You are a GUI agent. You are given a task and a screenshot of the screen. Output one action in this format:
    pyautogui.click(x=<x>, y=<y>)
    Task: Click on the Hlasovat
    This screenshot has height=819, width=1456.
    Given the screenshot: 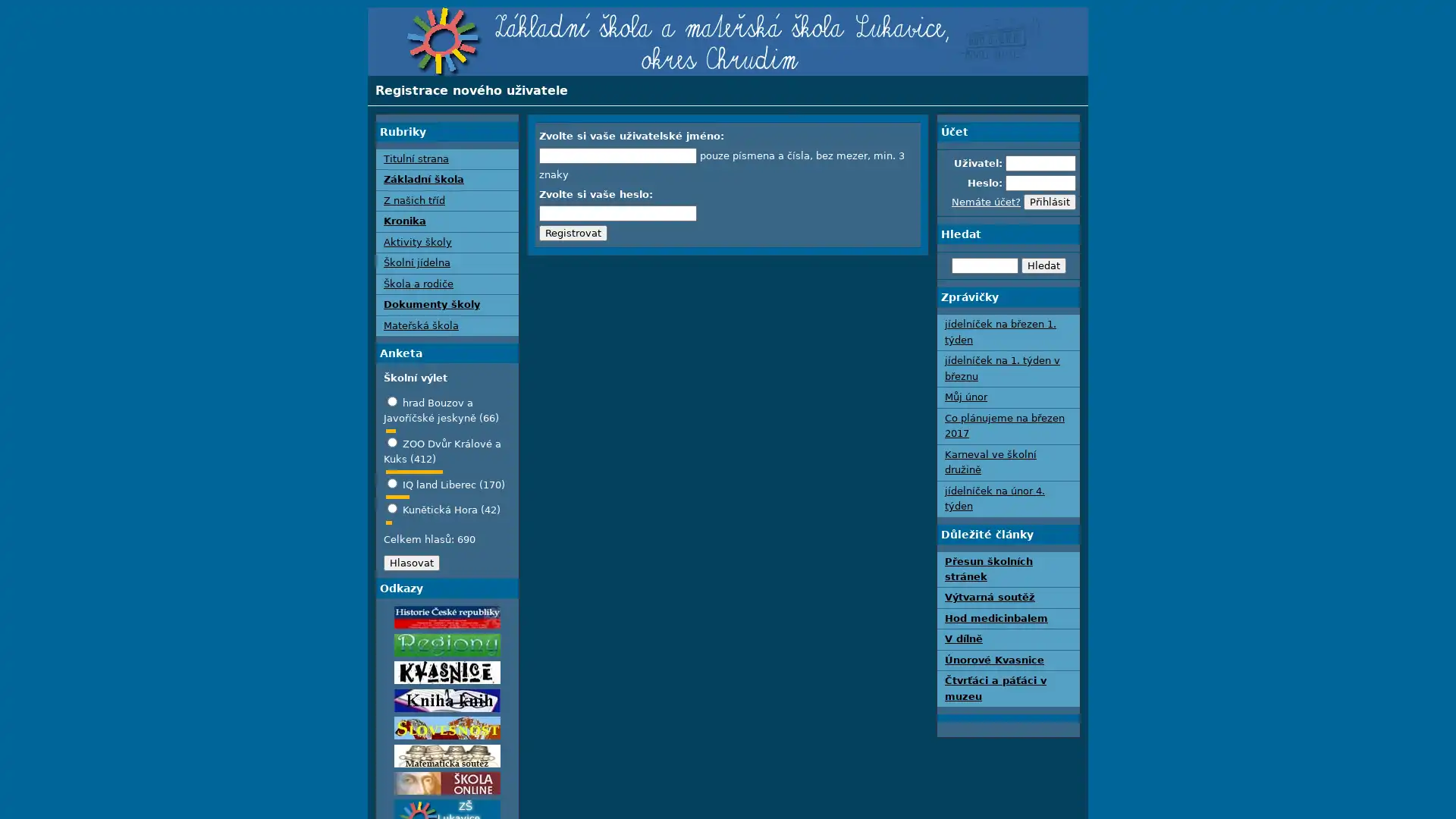 What is the action you would take?
    pyautogui.click(x=411, y=562)
    